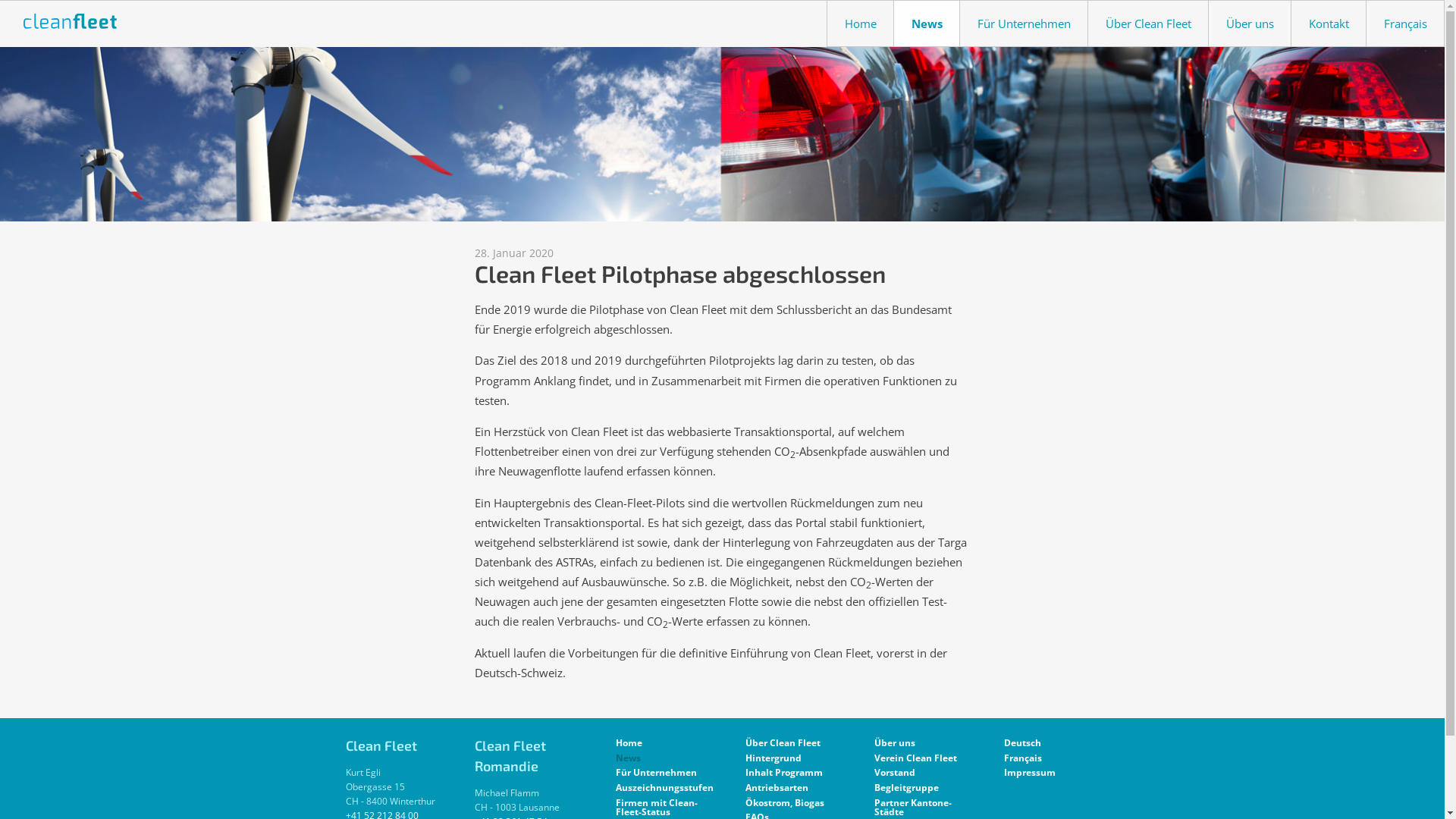 This screenshot has height=819, width=1456. Describe the element at coordinates (786, 758) in the screenshot. I see `'Hintergrund'` at that location.